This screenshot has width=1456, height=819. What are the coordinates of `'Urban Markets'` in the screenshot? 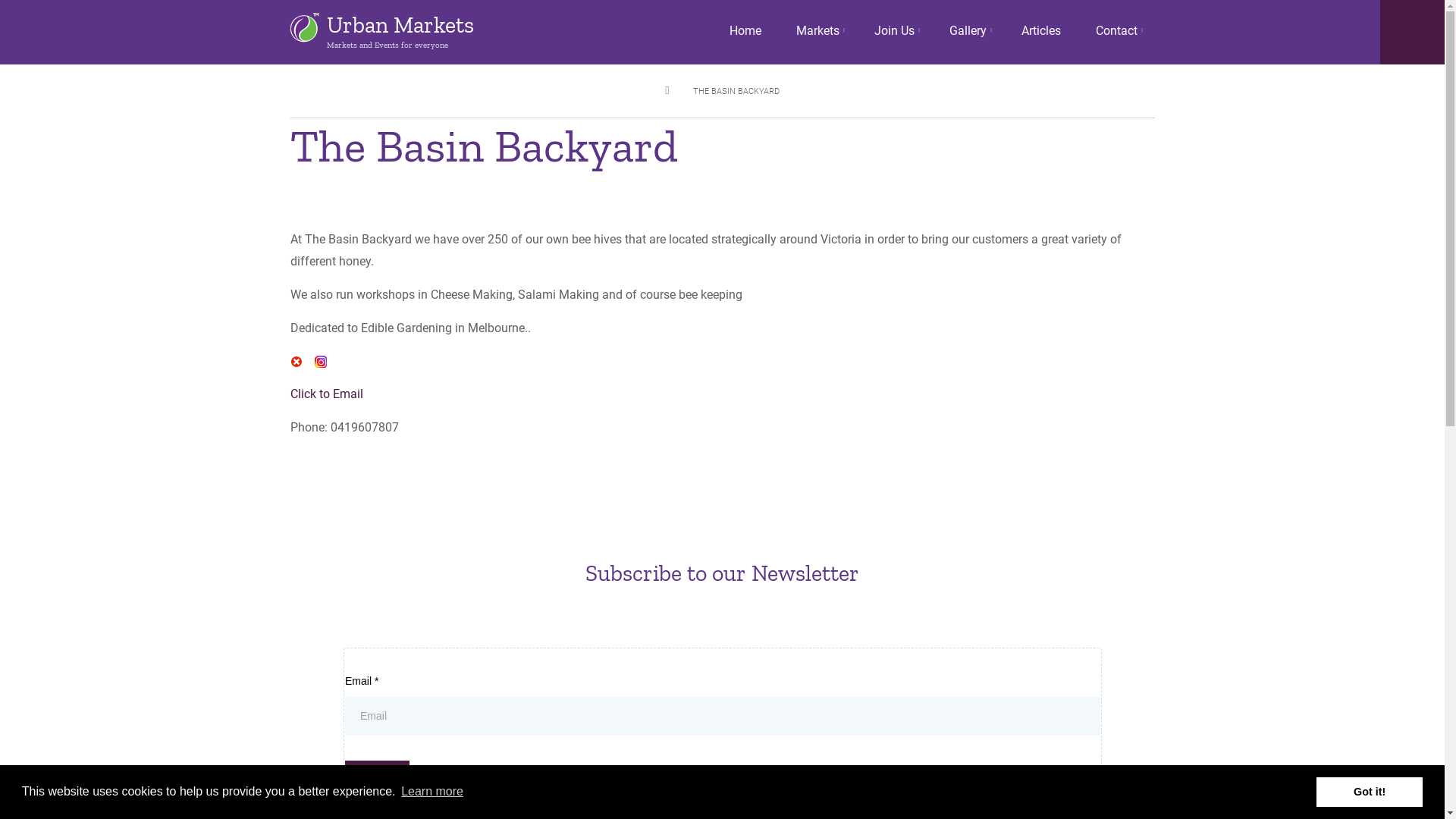 It's located at (325, 25).